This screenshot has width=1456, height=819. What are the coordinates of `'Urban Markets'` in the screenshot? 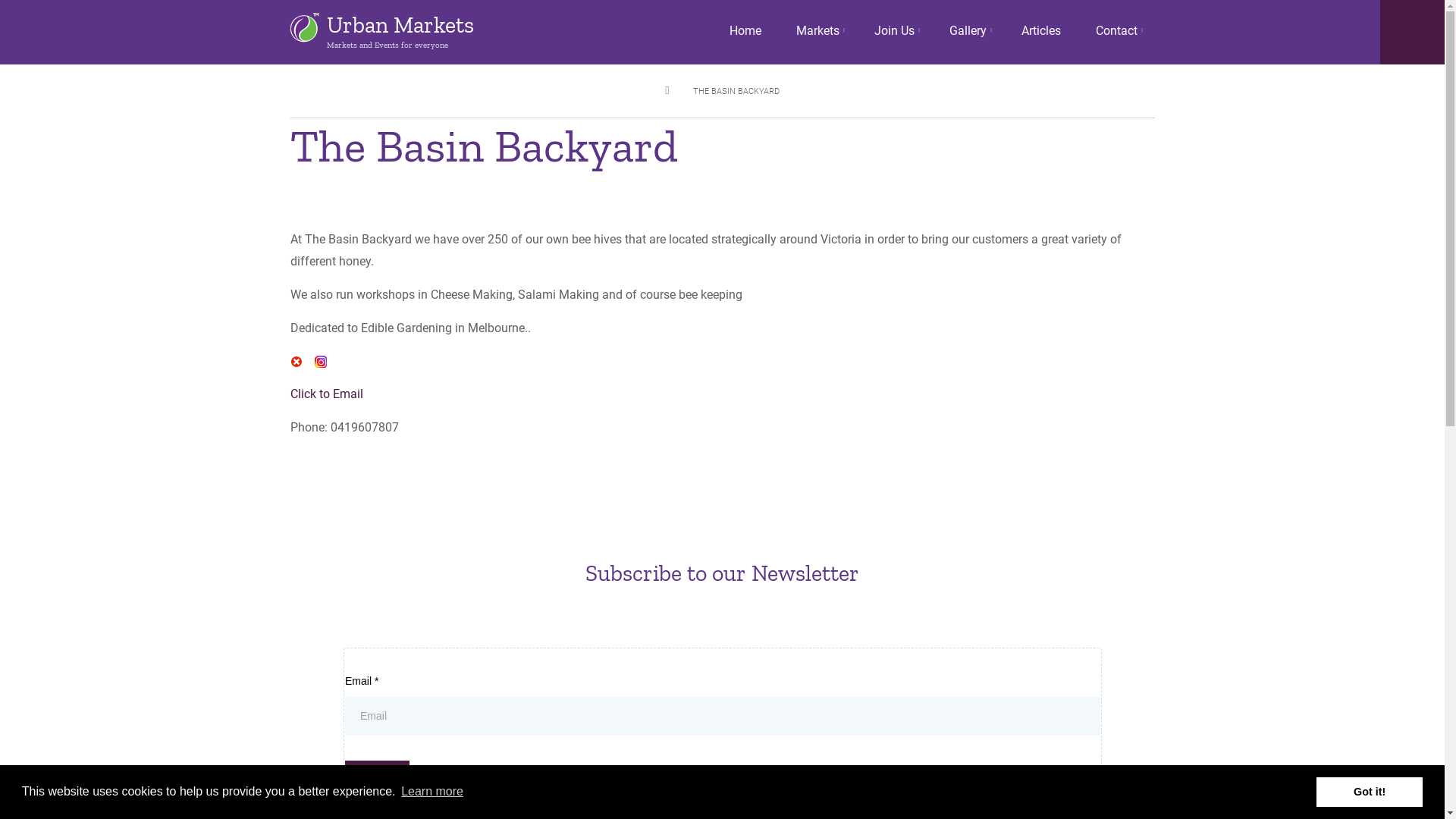 It's located at (325, 25).